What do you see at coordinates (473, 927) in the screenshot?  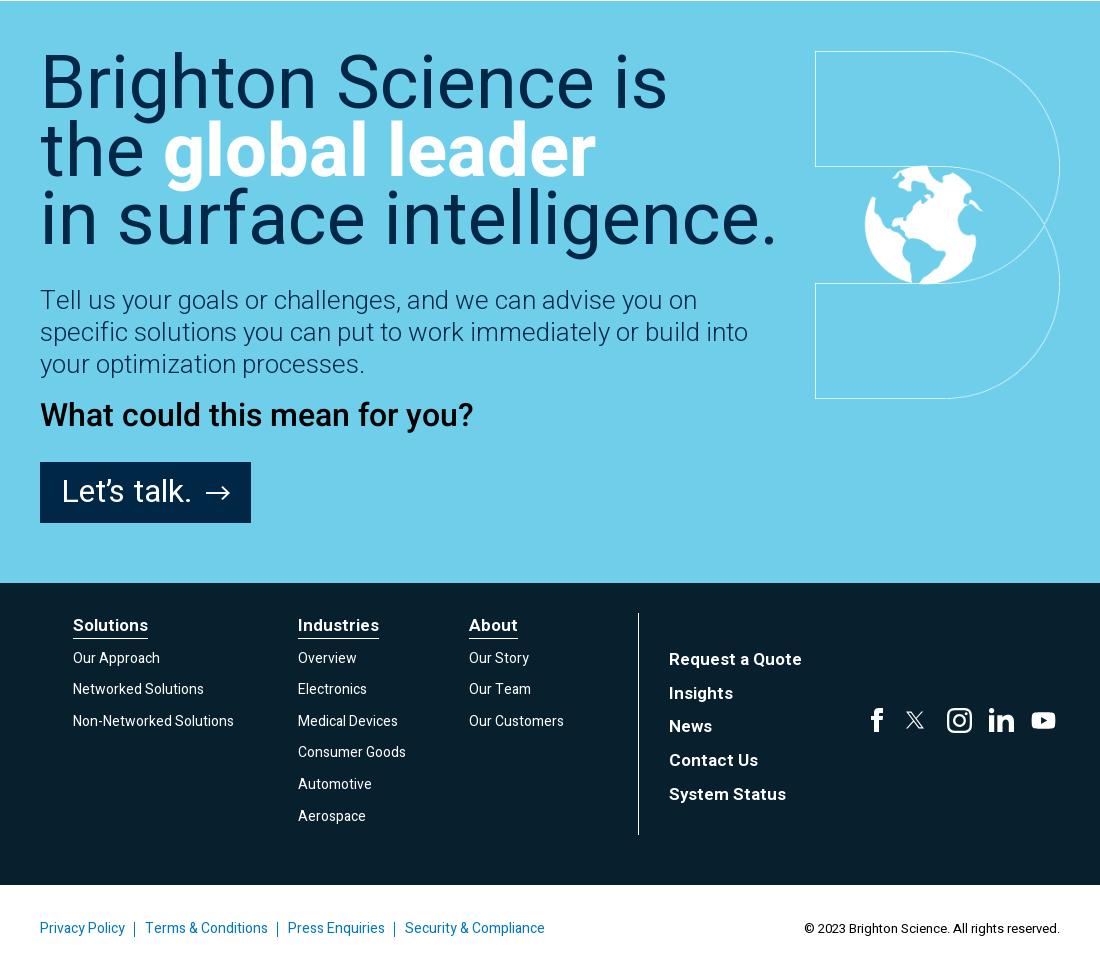 I see `'Security & Compliance'` at bounding box center [473, 927].